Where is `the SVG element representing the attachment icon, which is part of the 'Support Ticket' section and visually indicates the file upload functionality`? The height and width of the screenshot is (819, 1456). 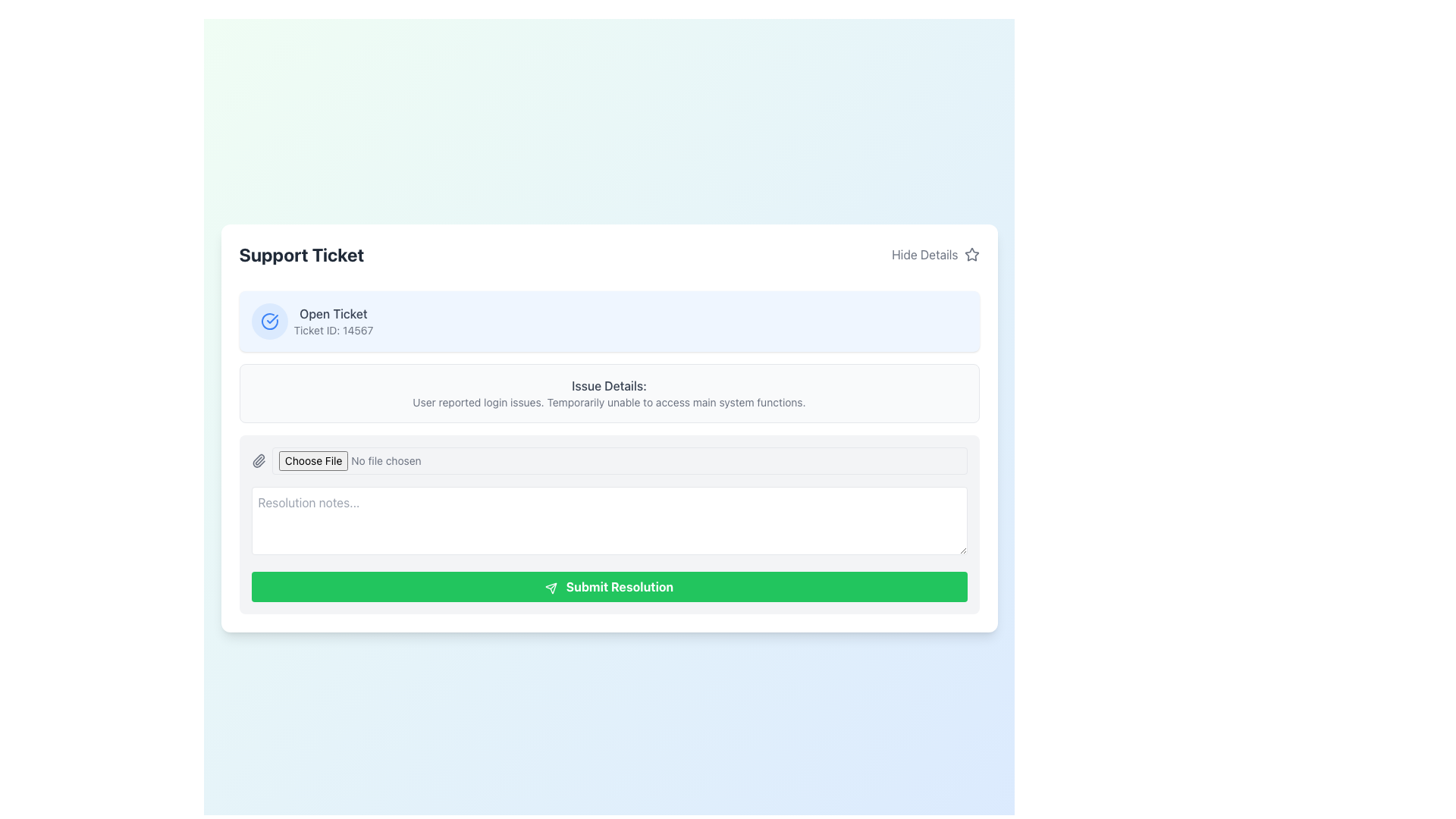 the SVG element representing the attachment icon, which is part of the 'Support Ticket' section and visually indicates the file upload functionality is located at coordinates (258, 460).